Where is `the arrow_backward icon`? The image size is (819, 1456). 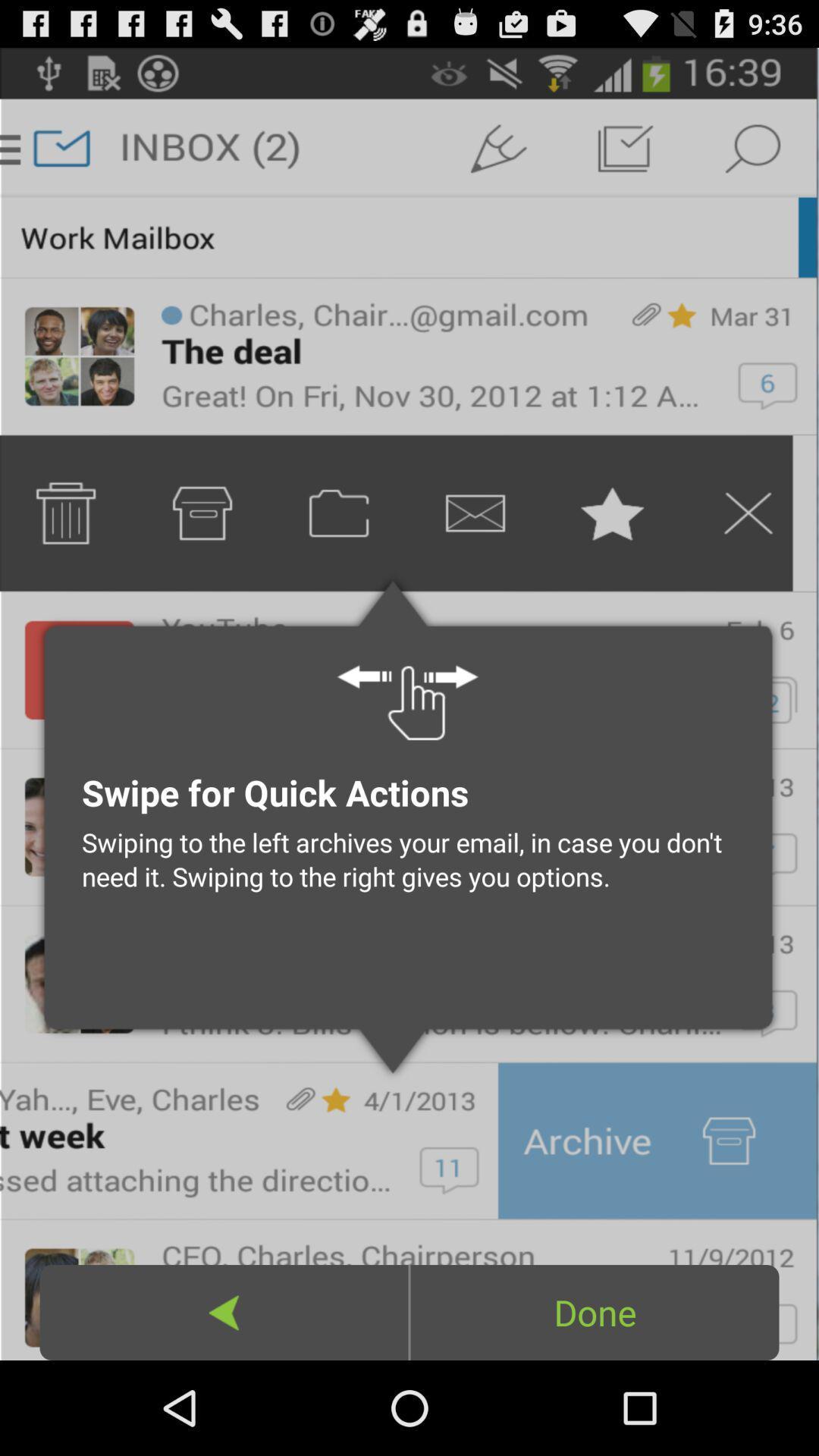
the arrow_backward icon is located at coordinates (224, 1404).